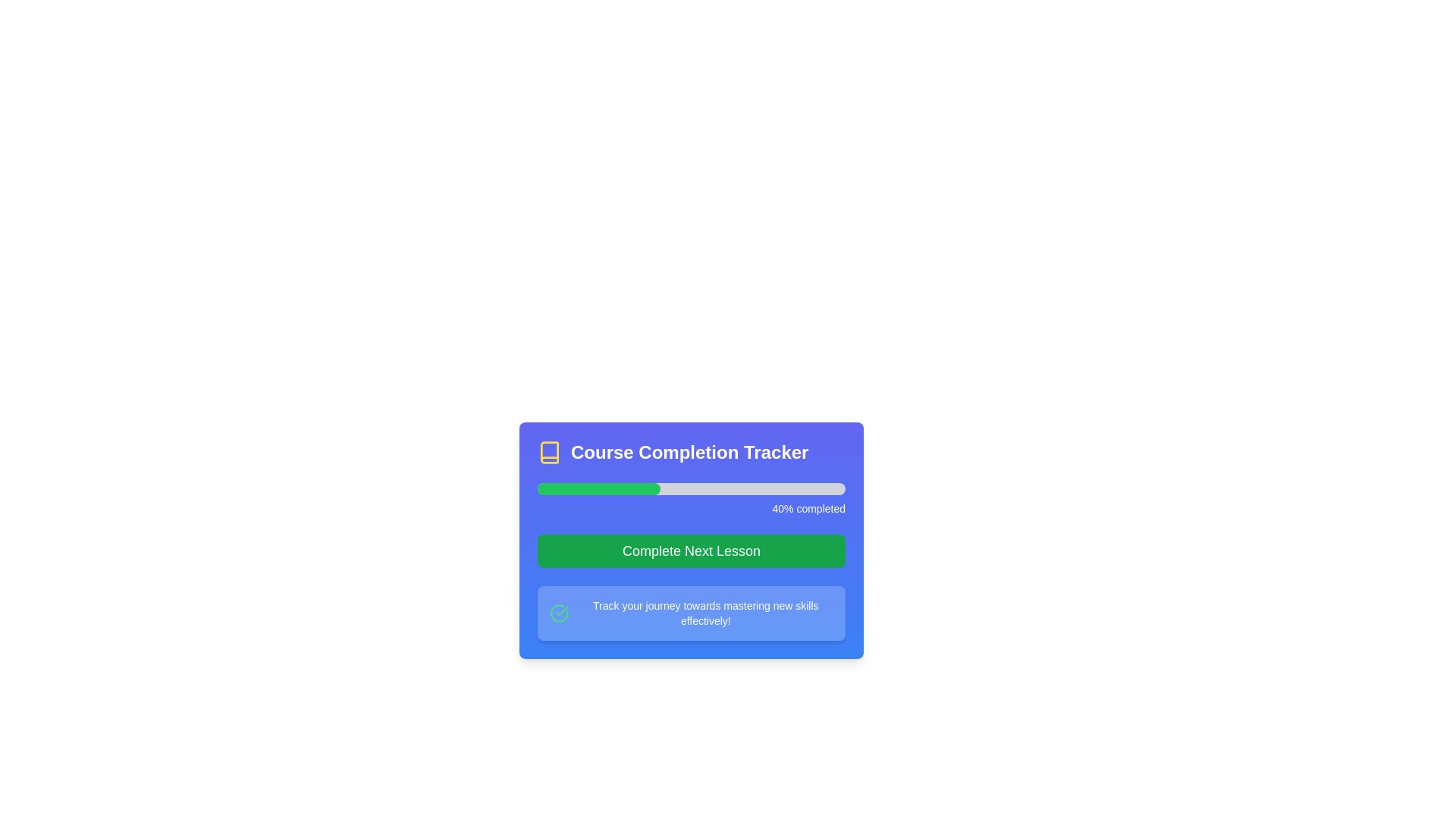  I want to click on the symbolic icon representing the 'Course Completion Tracker' in the blue header, which visually indicates the thematic topic of the section, so click(548, 452).